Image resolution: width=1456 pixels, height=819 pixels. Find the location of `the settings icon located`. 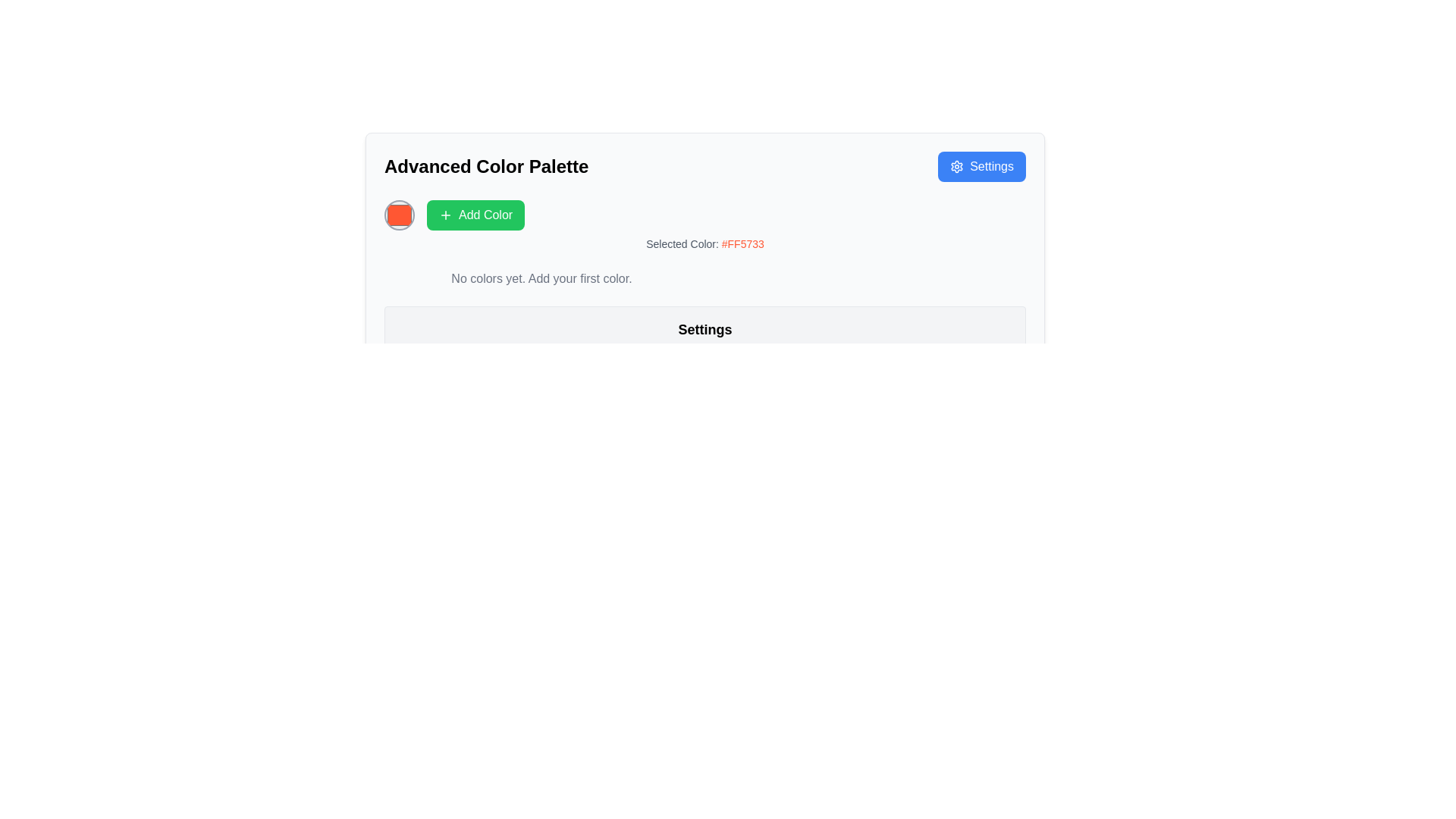

the settings icon located is located at coordinates (956, 166).